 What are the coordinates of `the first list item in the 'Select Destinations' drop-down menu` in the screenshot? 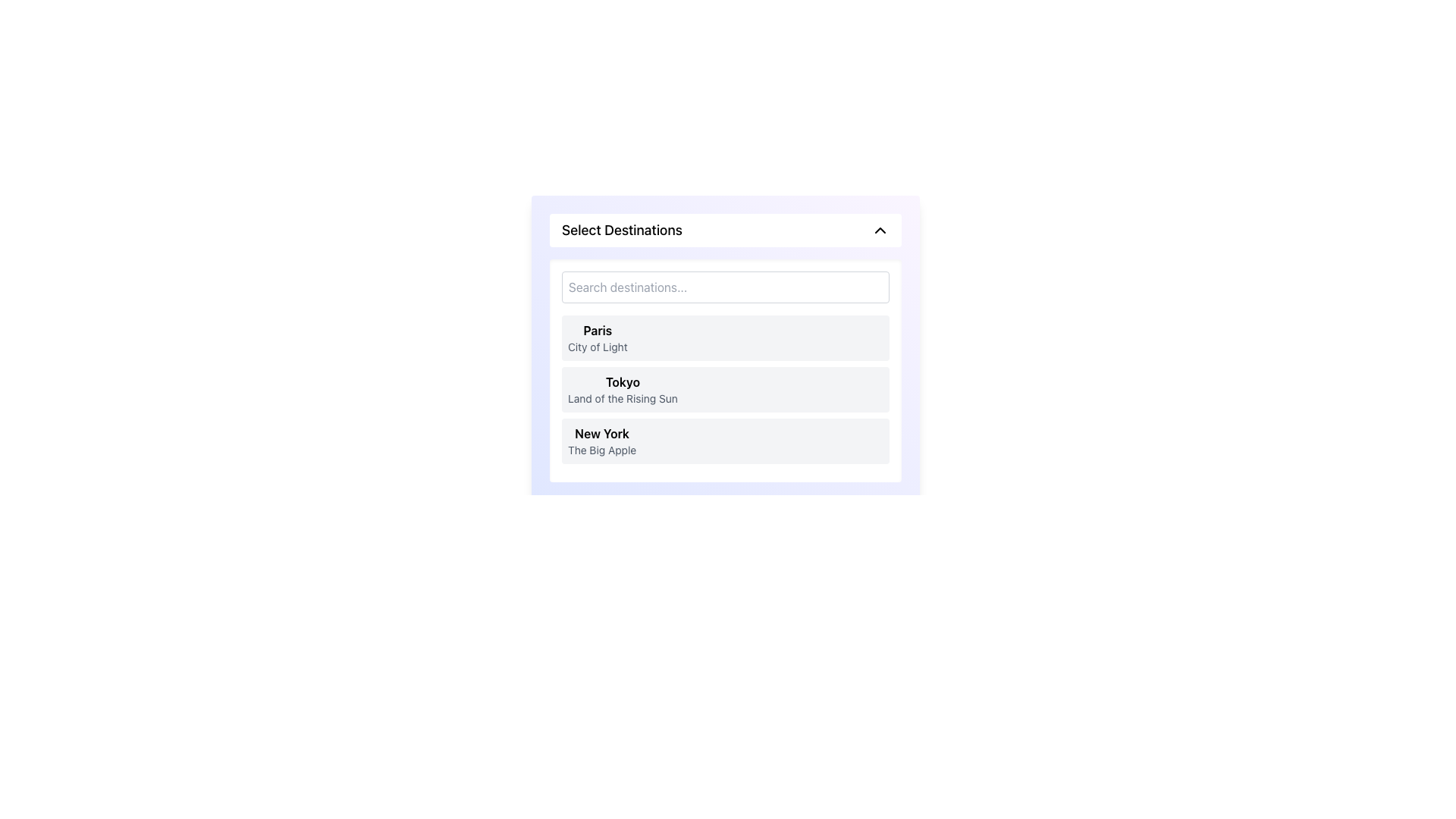 It's located at (724, 348).